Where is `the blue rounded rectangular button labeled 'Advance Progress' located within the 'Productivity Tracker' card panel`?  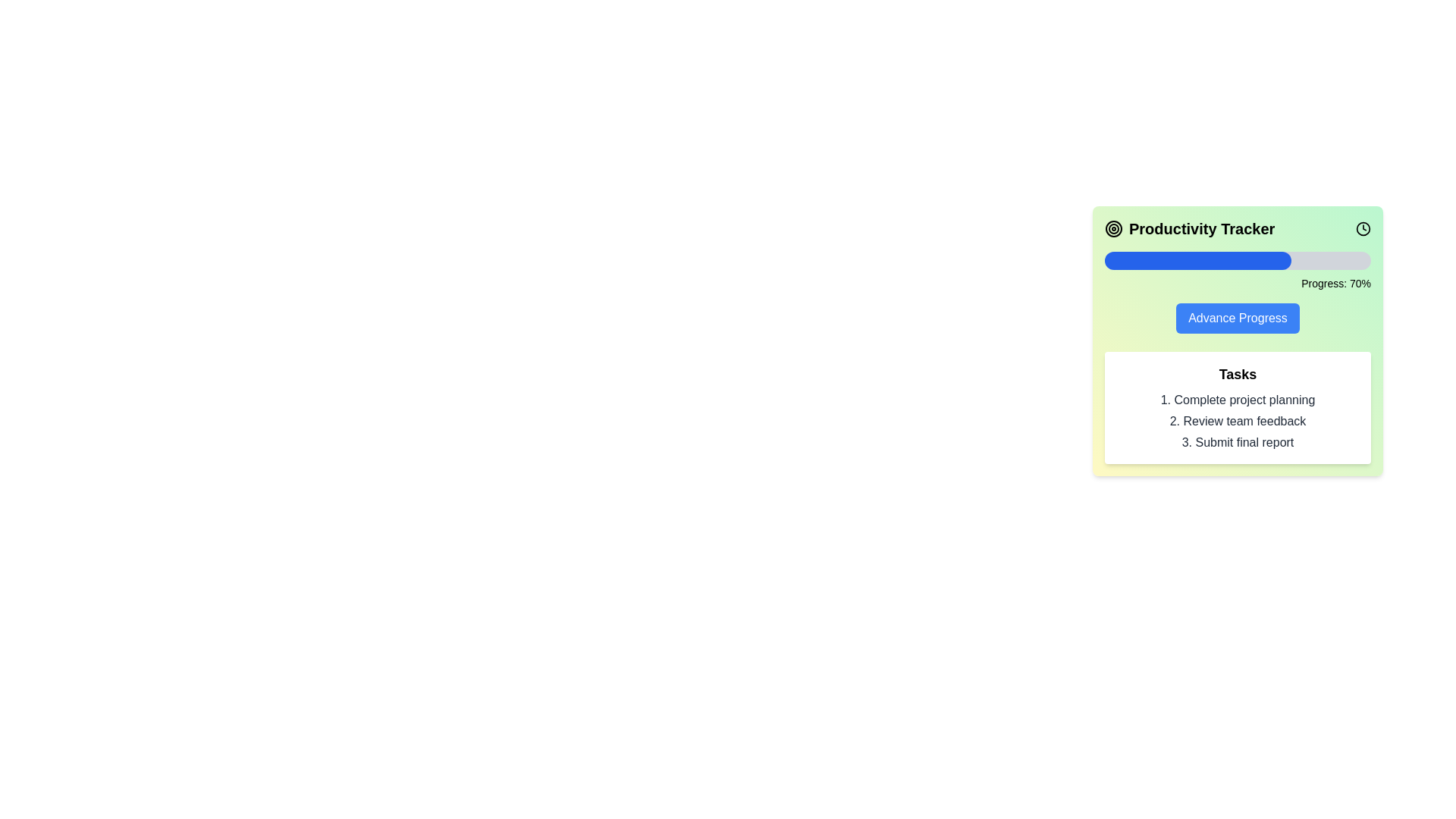 the blue rounded rectangular button labeled 'Advance Progress' located within the 'Productivity Tracker' card panel is located at coordinates (1238, 318).